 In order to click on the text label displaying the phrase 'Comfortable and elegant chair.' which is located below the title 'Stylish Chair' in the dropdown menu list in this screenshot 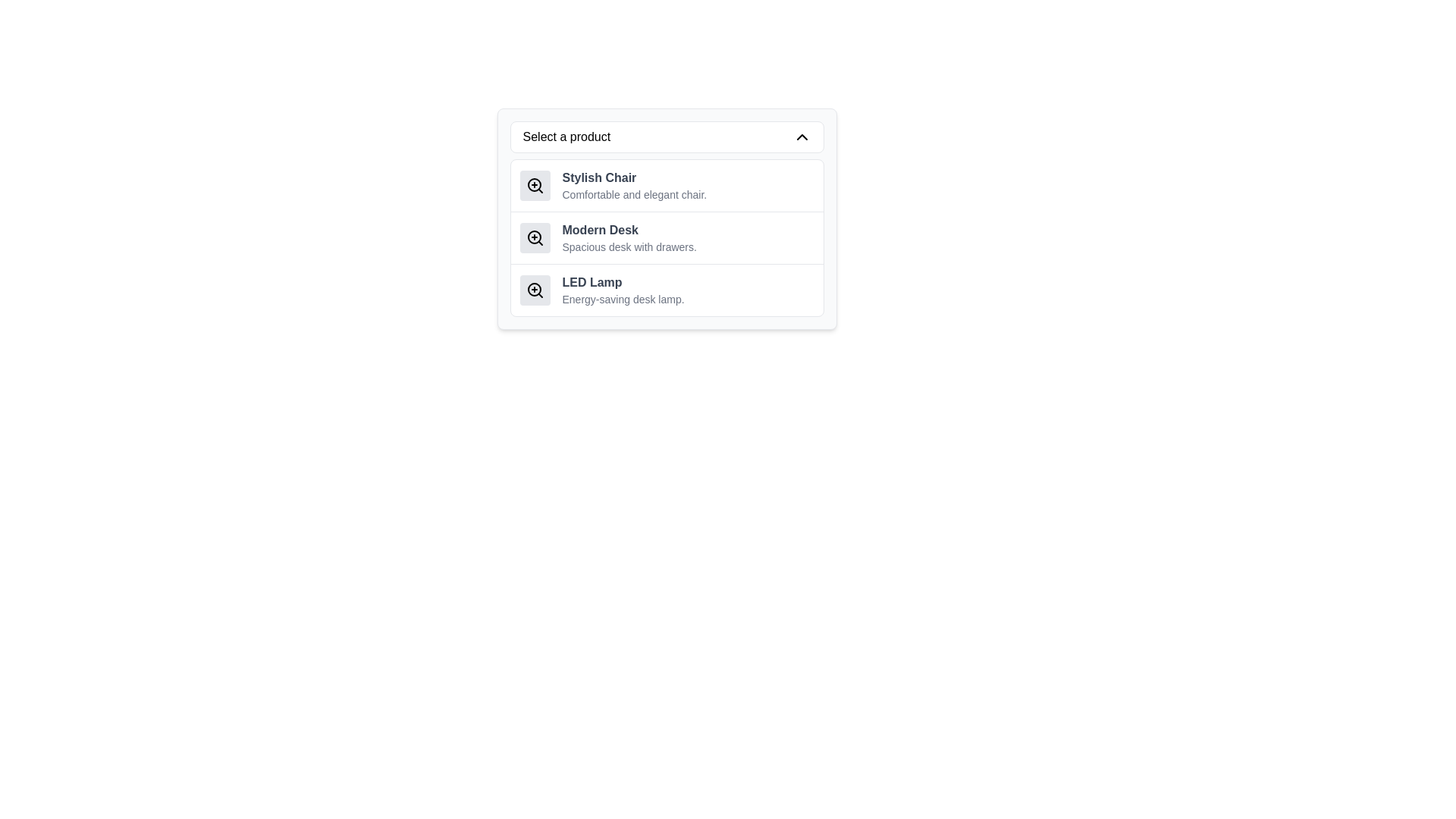, I will do `click(634, 194)`.